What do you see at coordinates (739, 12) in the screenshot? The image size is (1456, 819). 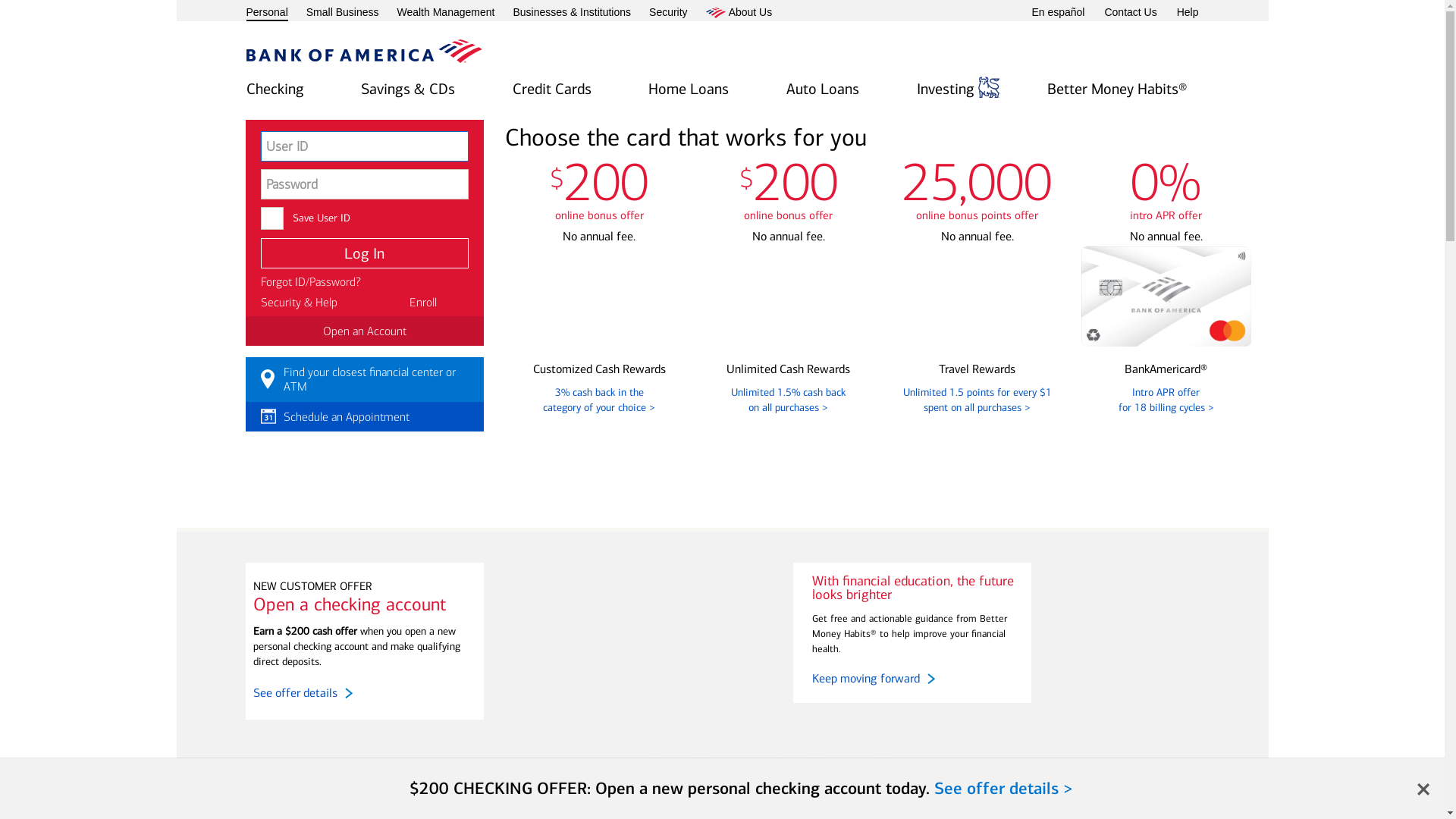 I see `'About Us'` at bounding box center [739, 12].